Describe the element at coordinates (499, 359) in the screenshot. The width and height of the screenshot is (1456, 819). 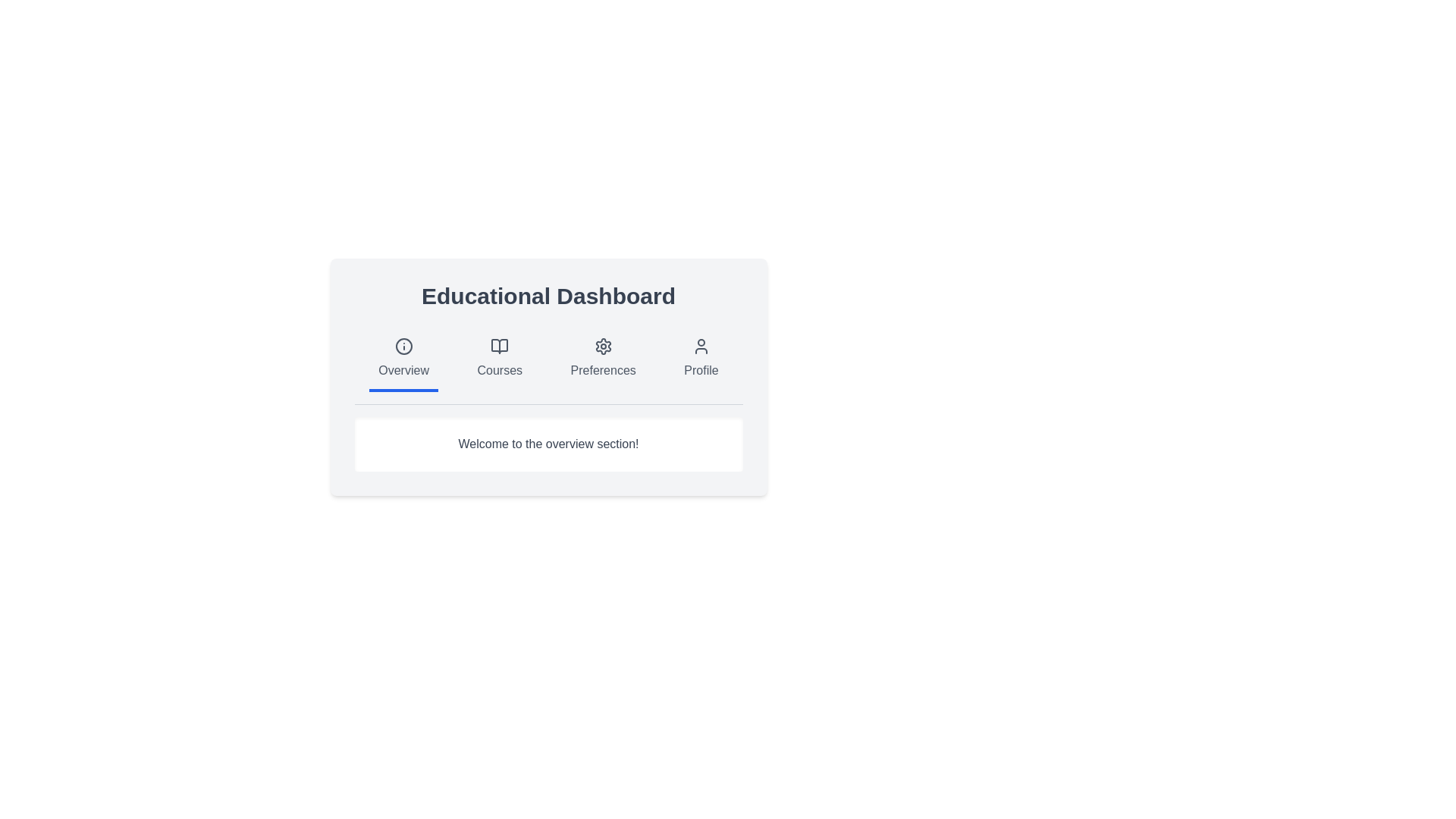
I see `the 'Courses' button` at that location.